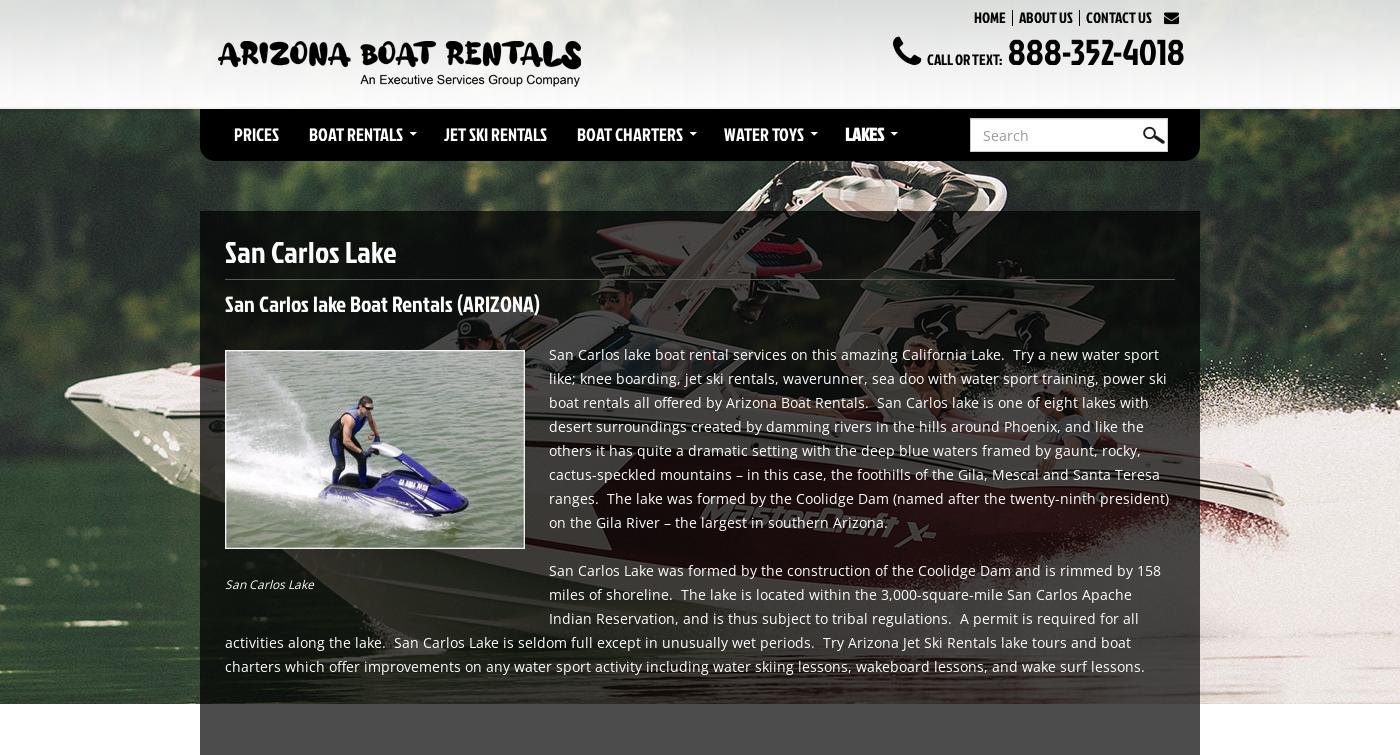  What do you see at coordinates (964, 59) in the screenshot?
I see `'Call or Text:'` at bounding box center [964, 59].